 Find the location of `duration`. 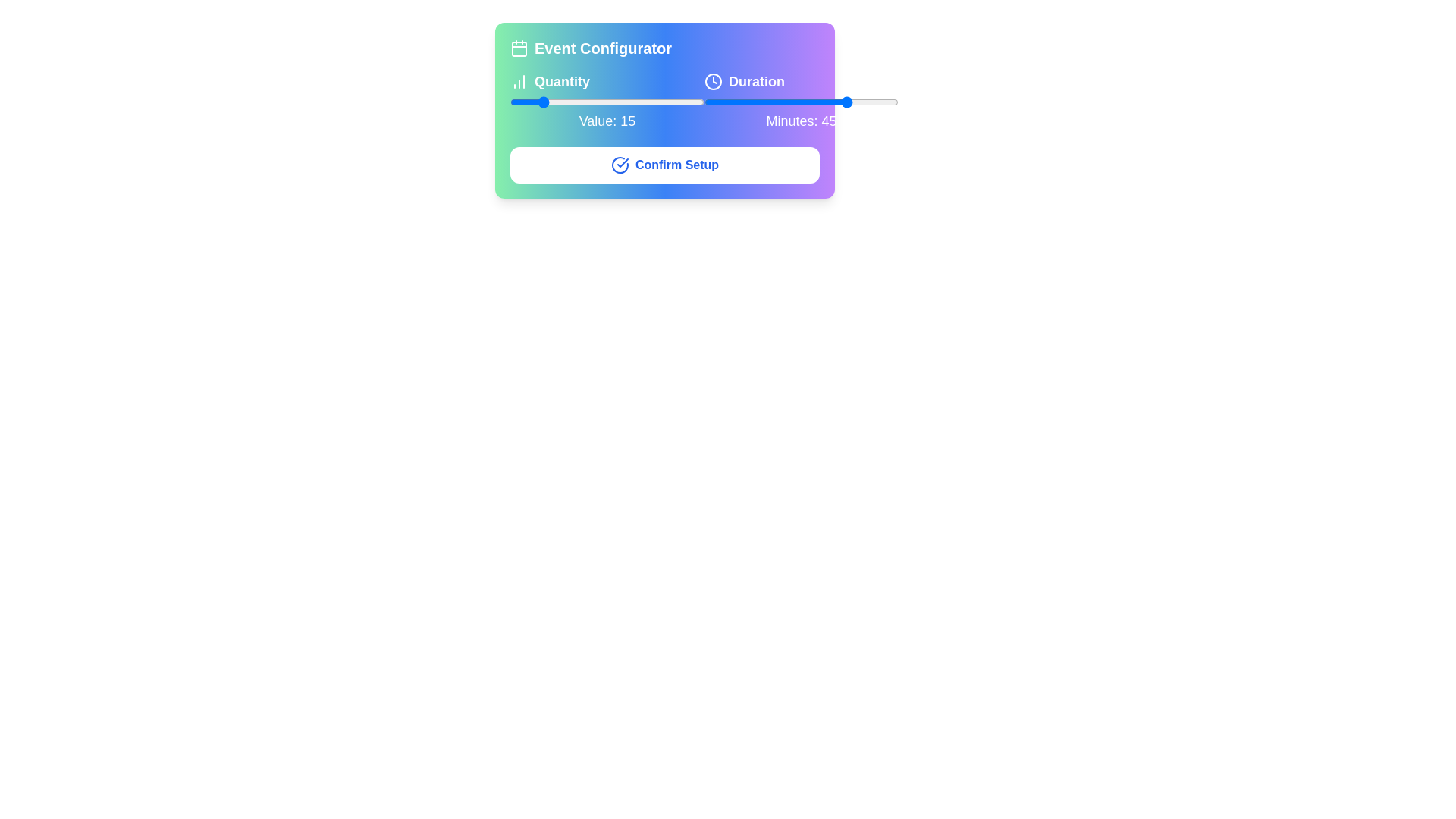

duration is located at coordinates (756, 102).